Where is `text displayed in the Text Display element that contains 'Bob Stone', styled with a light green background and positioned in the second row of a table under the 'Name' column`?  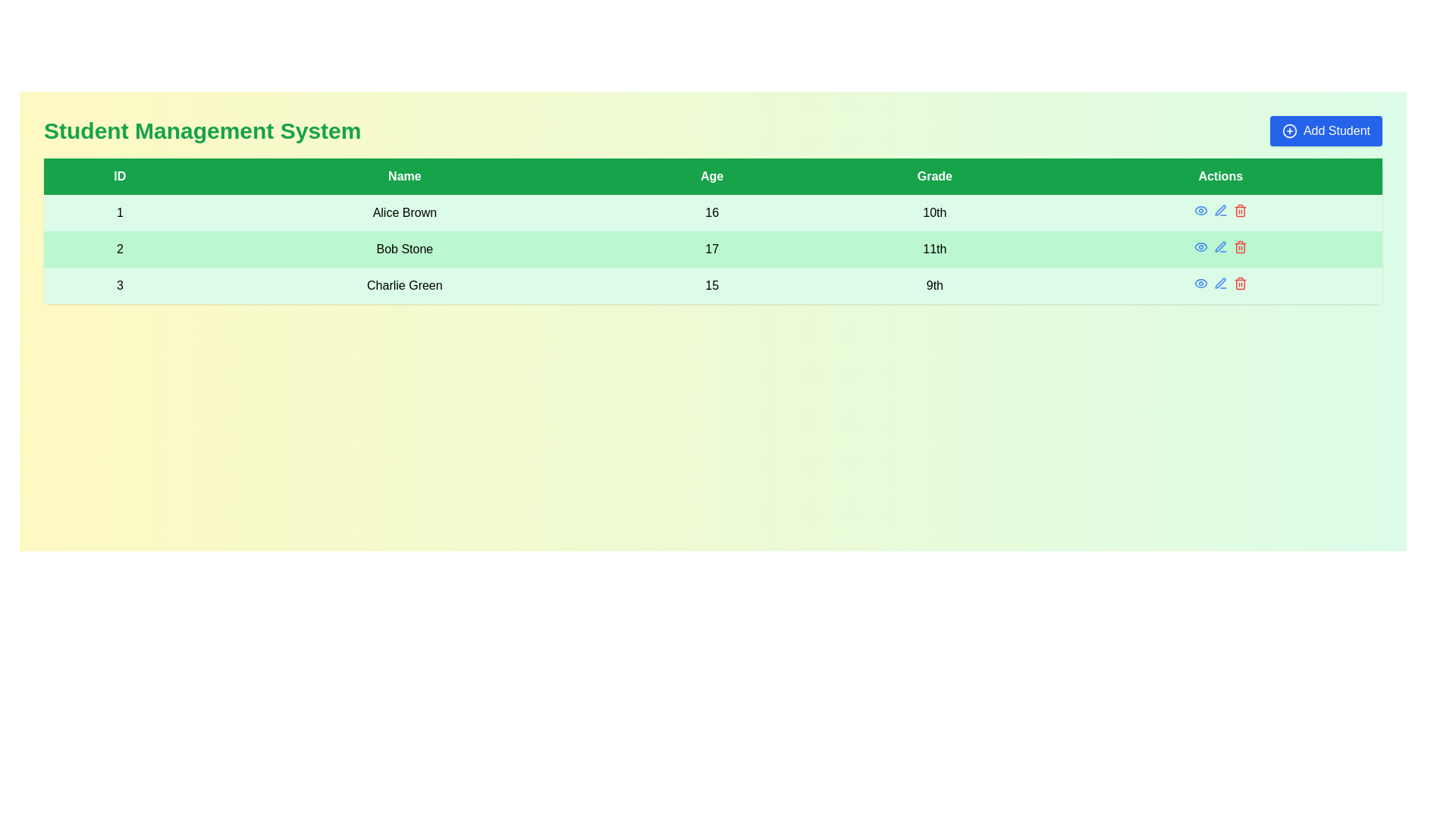 text displayed in the Text Display element that contains 'Bob Stone', styled with a light green background and positioned in the second row of a table under the 'Name' column is located at coordinates (404, 248).